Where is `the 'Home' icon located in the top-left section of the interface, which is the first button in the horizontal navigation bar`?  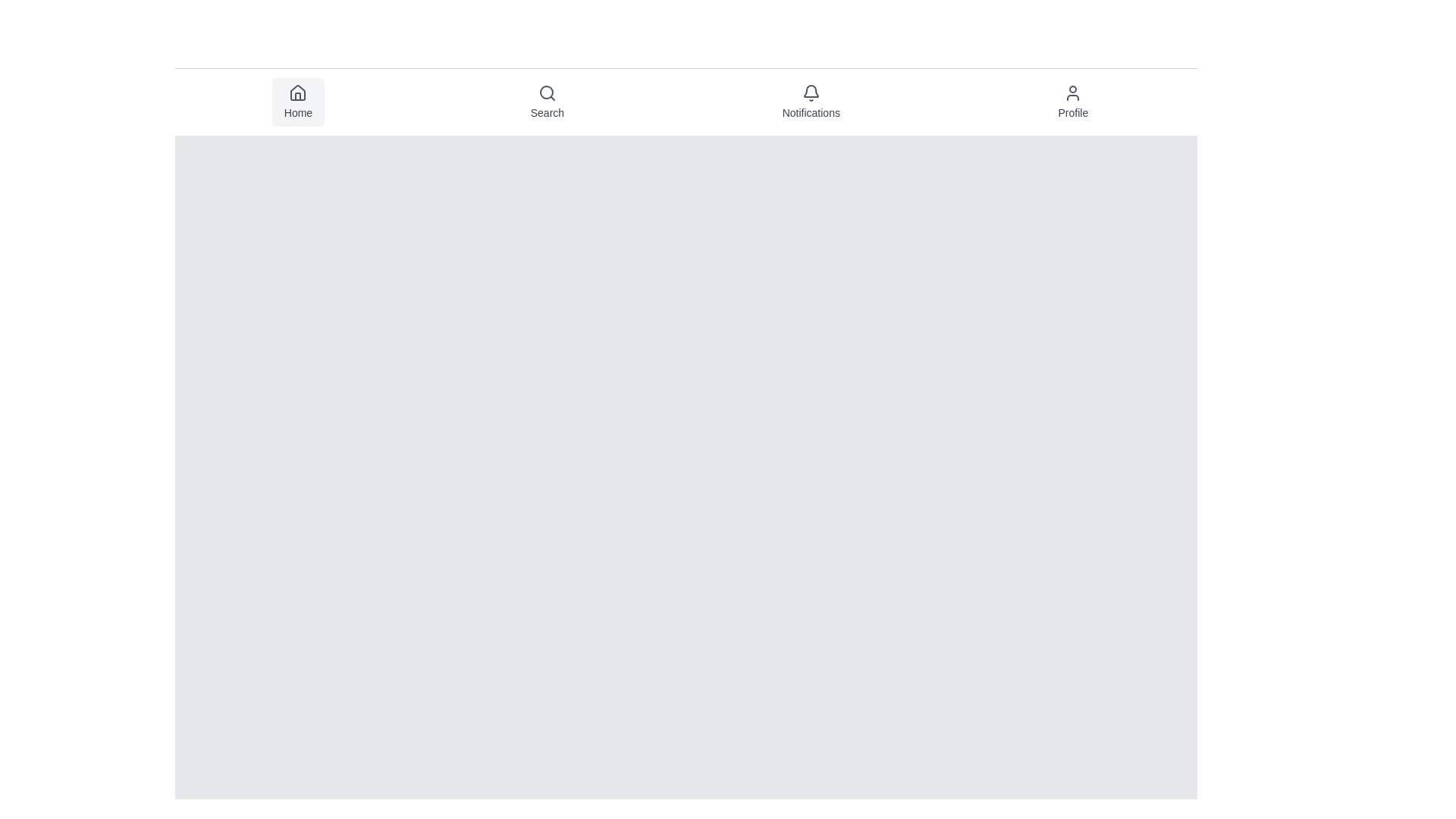
the 'Home' icon located in the top-left section of the interface, which is the first button in the horizontal navigation bar is located at coordinates (298, 93).